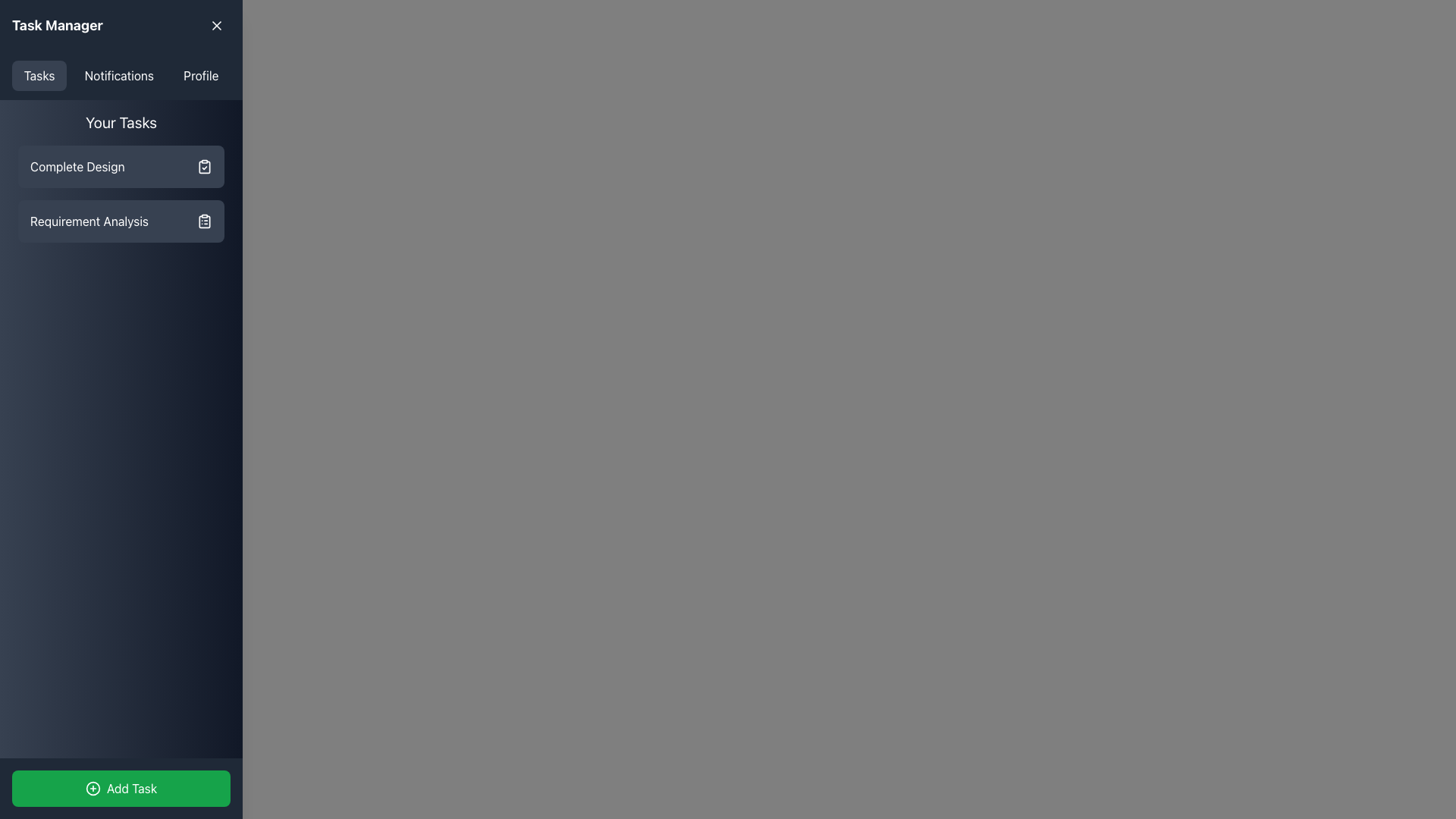 The image size is (1456, 819). What do you see at coordinates (200, 76) in the screenshot?
I see `the 'Profile' button located in the top section of the sidebar, which is the third button in a horizontal group of three` at bounding box center [200, 76].